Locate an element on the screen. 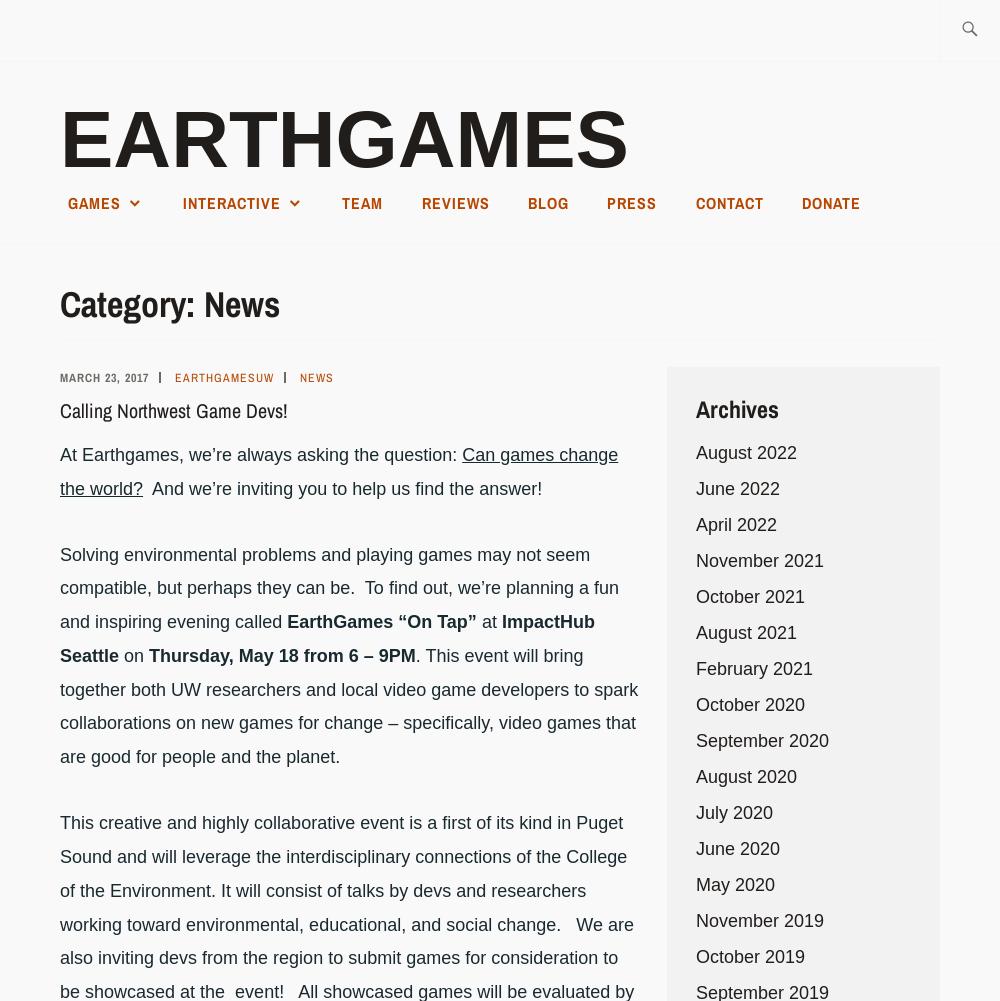  'At Earthgames, we’re always asking the question:' is located at coordinates (261, 453).